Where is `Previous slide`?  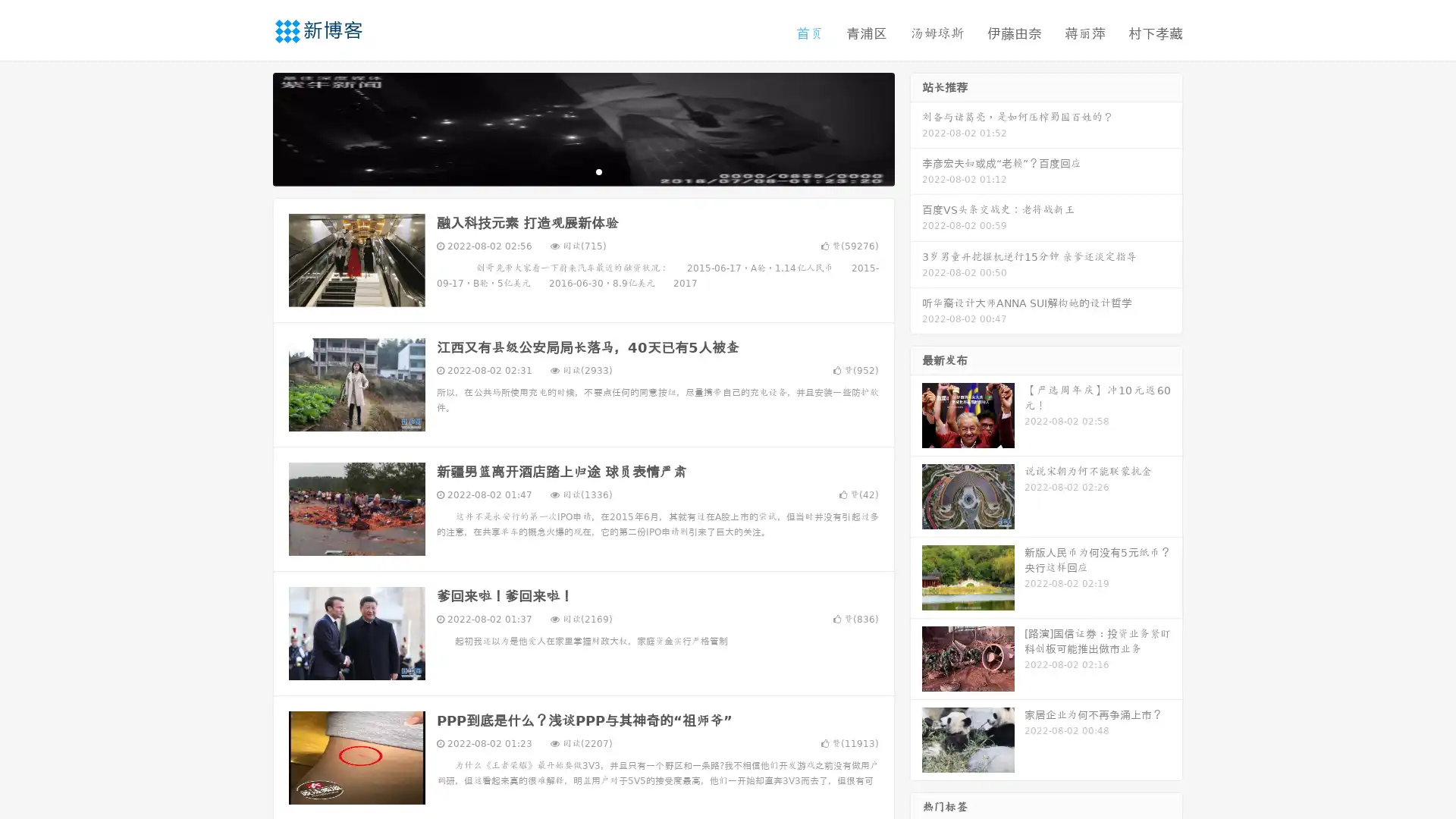
Previous slide is located at coordinates (250, 127).